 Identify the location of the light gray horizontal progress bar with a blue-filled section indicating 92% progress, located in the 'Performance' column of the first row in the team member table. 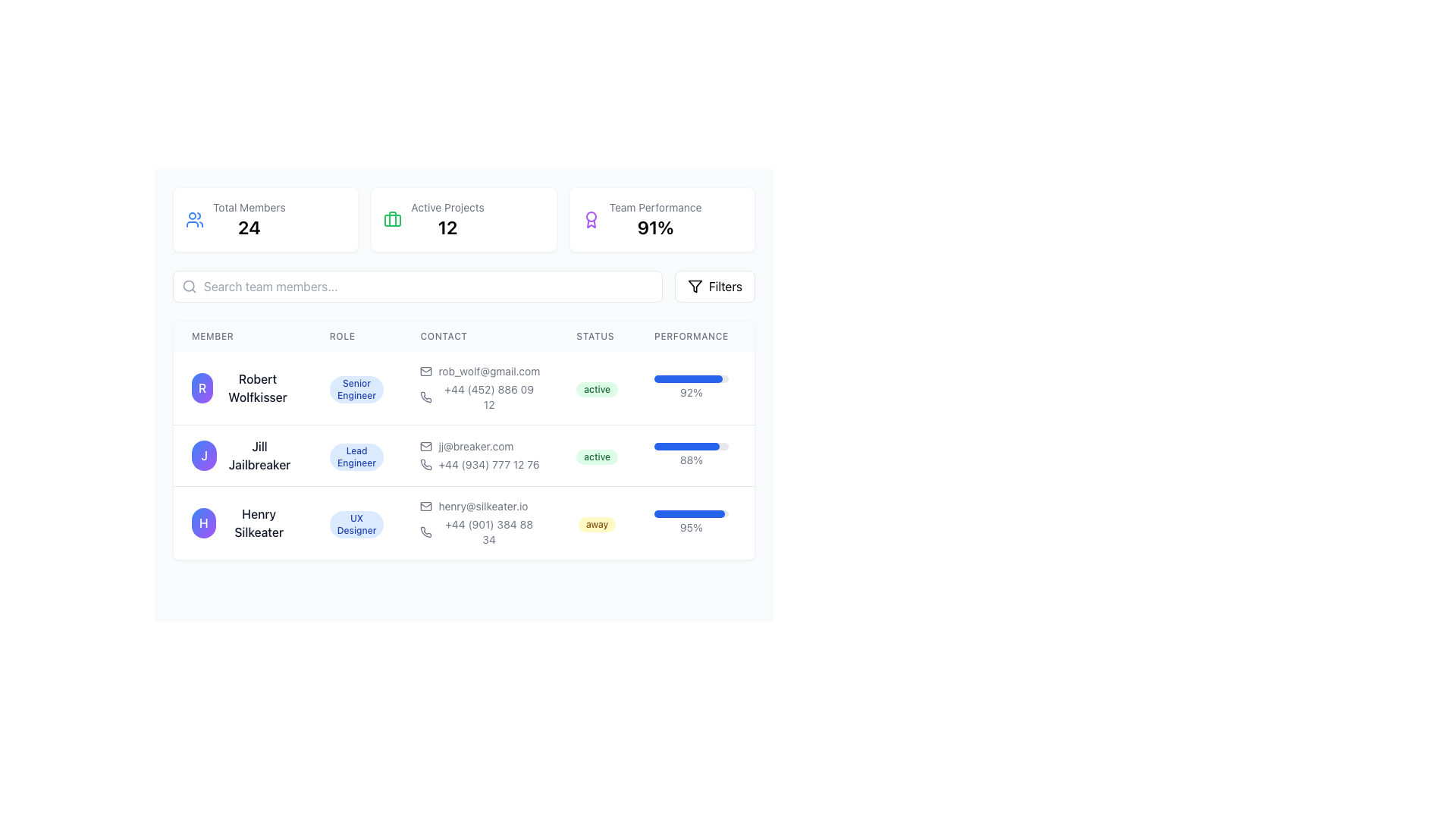
(691, 378).